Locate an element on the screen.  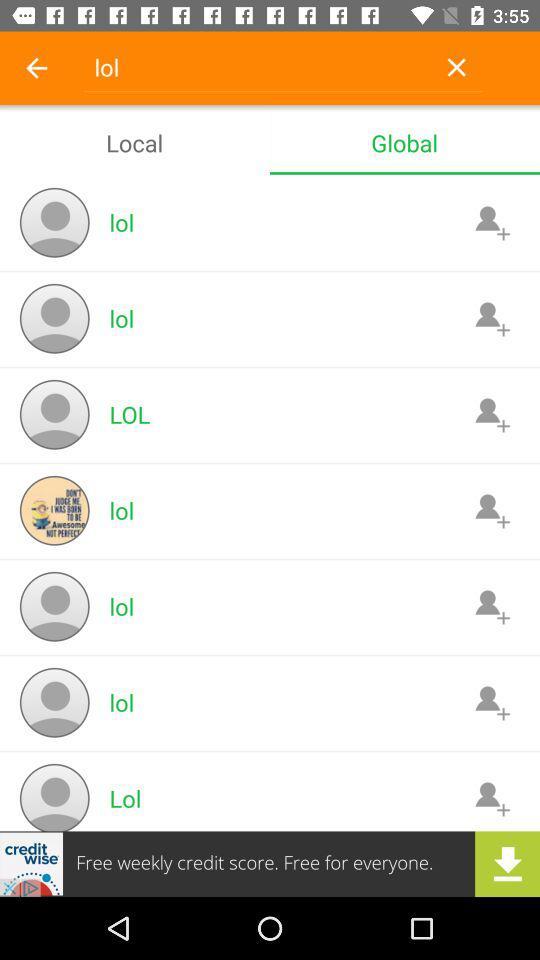
to contact is located at coordinates (491, 798).